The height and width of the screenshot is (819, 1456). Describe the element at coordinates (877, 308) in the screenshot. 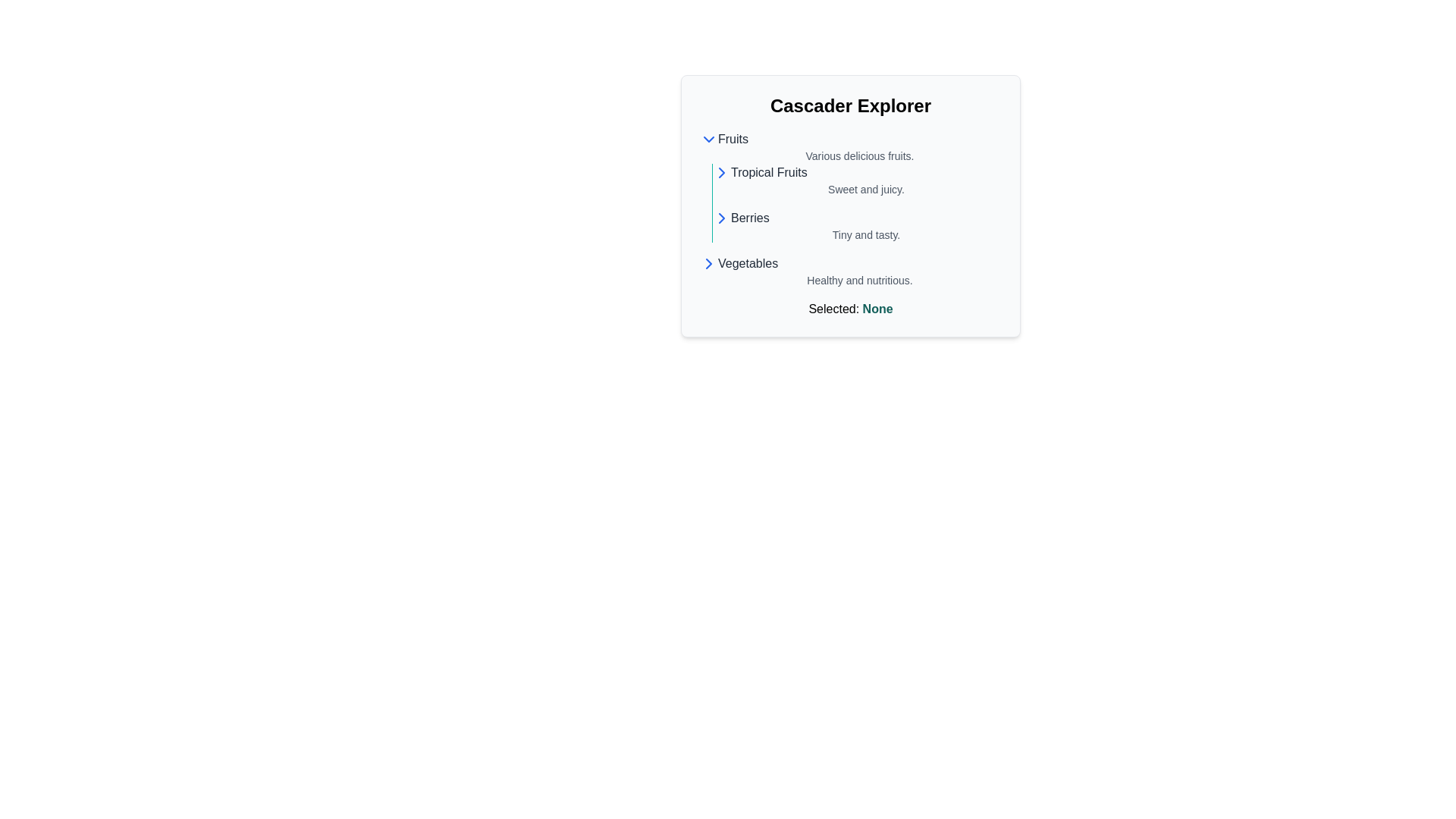

I see `the bold teal text label displaying 'None', which is located in the 'Selected: None' section at the bottom of the main content box` at that location.